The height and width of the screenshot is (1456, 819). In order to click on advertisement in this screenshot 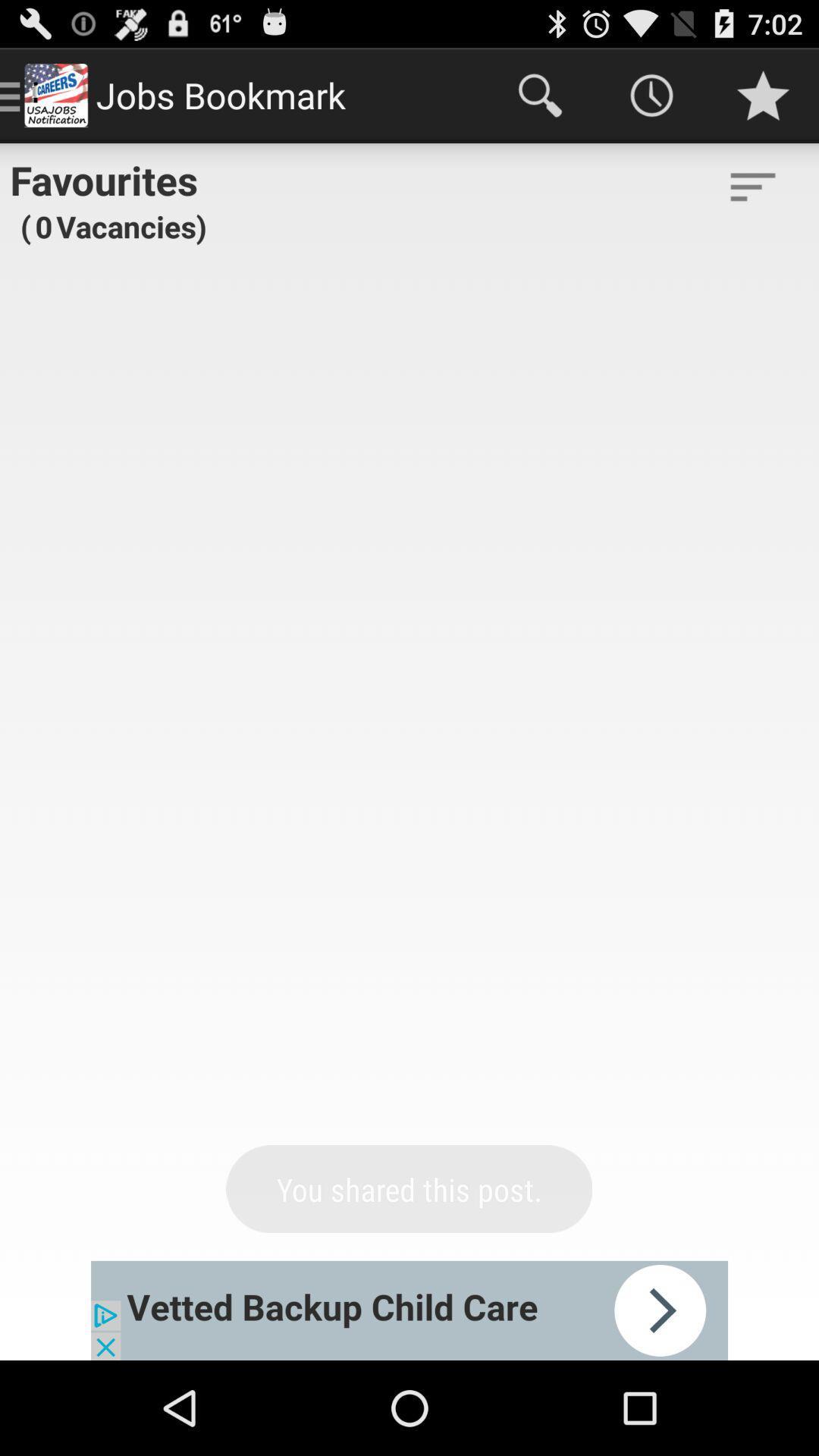, I will do `click(409, 1310)`.